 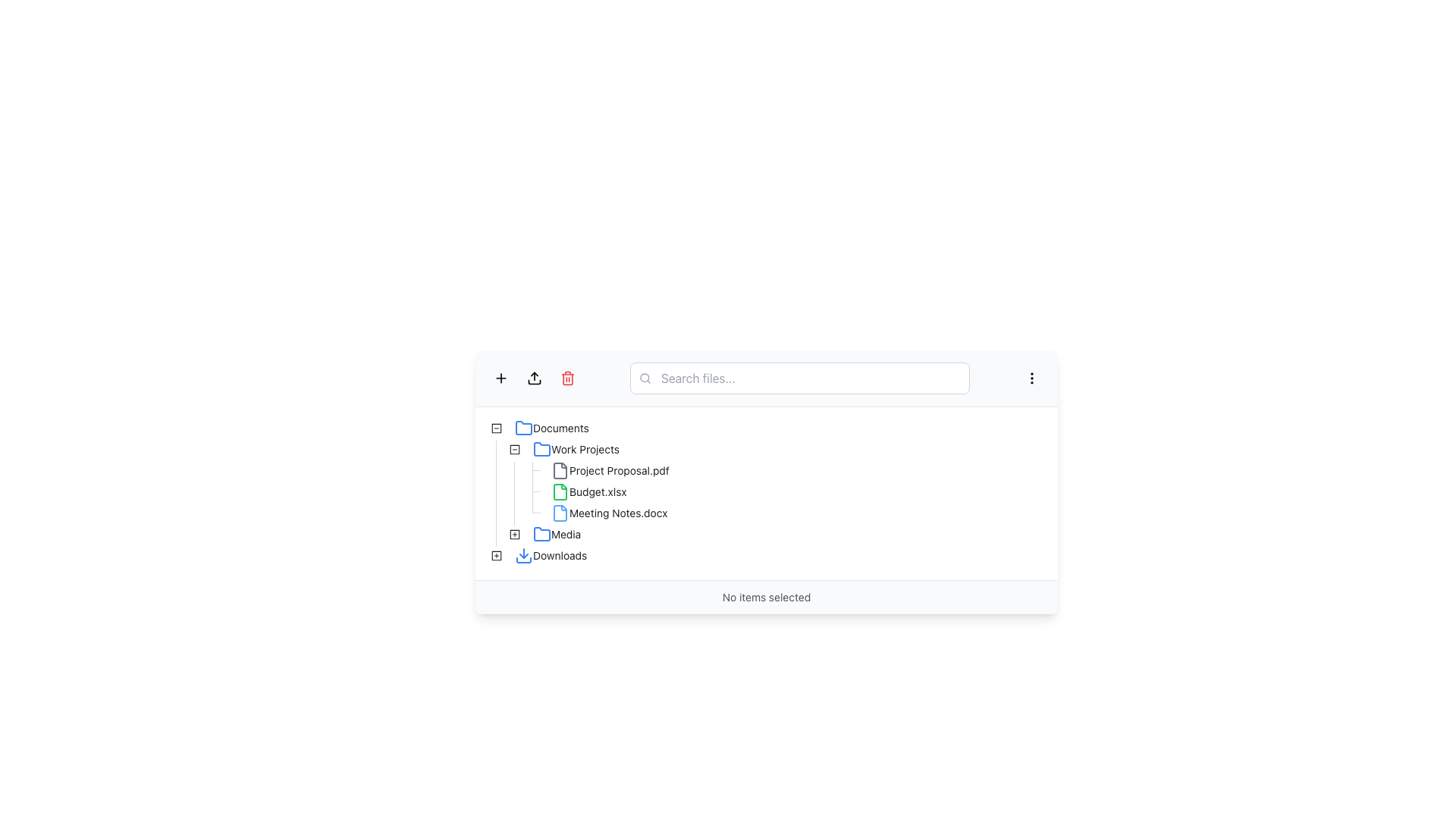 I want to click on the triangular-shaped tree switcher indicator located to the left of 'Meeting Notes.docx' in the 'Work Projects' section of the hierarchical navigation UI, so click(x=532, y=513).